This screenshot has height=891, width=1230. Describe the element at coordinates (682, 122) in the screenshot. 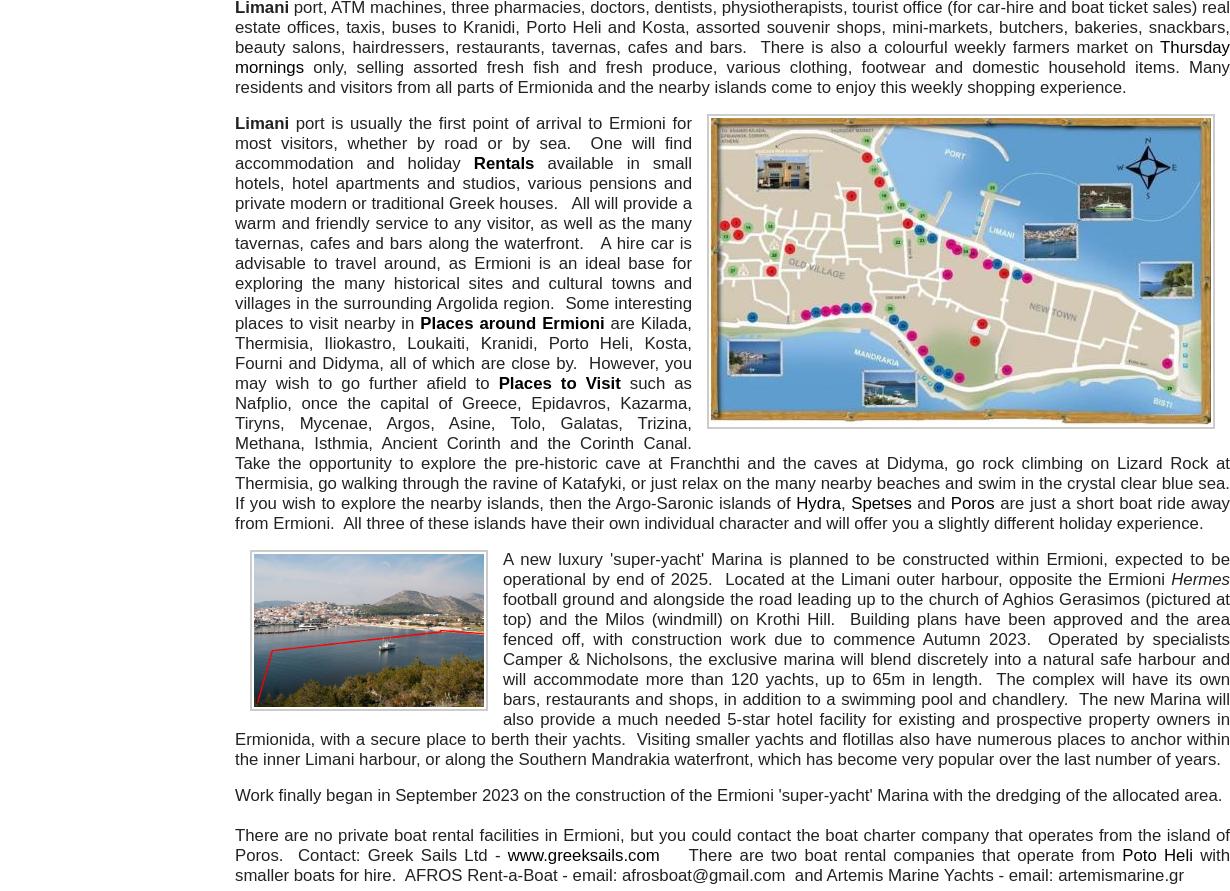

I see `'for'` at that location.